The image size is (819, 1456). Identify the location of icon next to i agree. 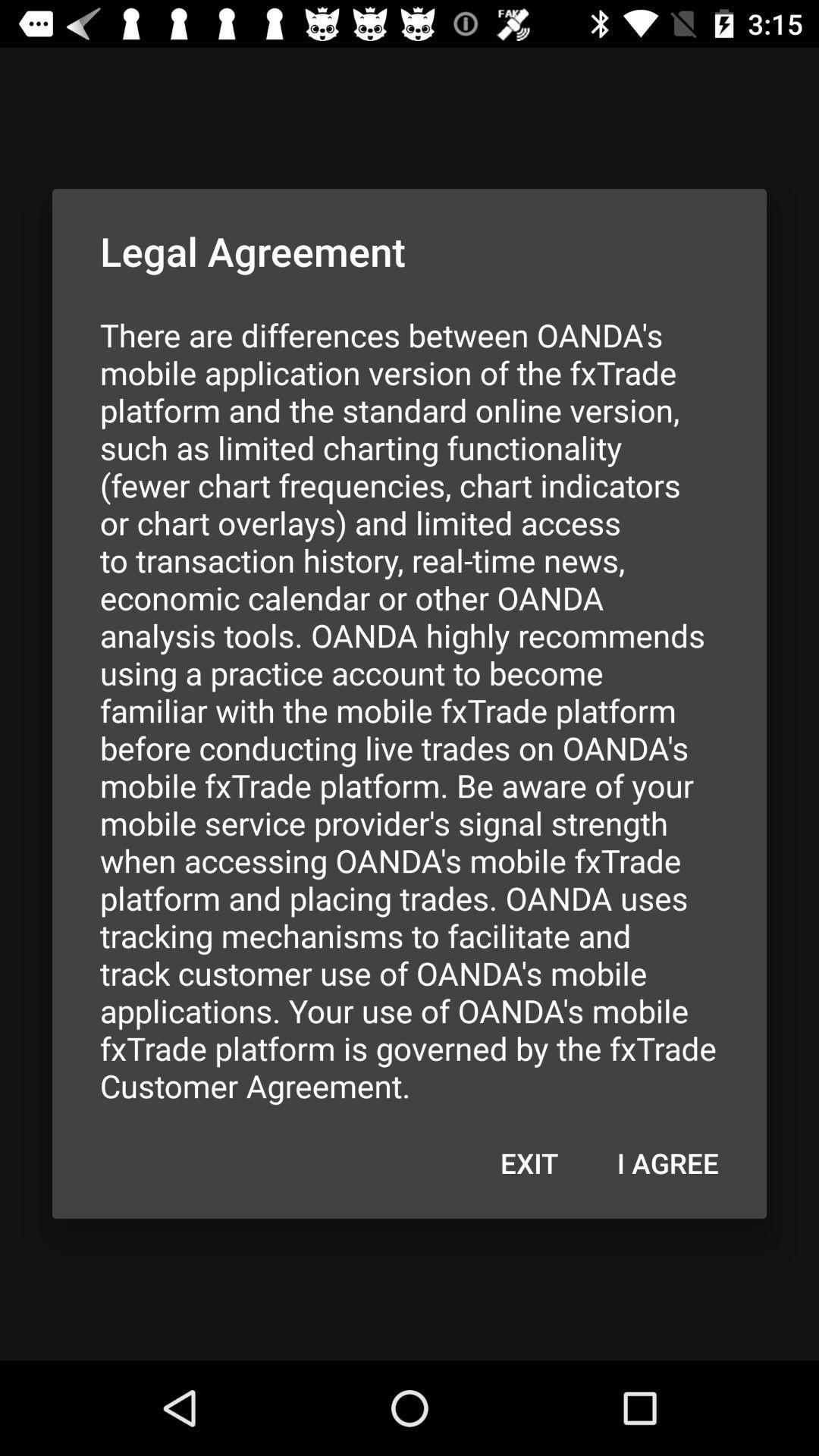
(529, 1162).